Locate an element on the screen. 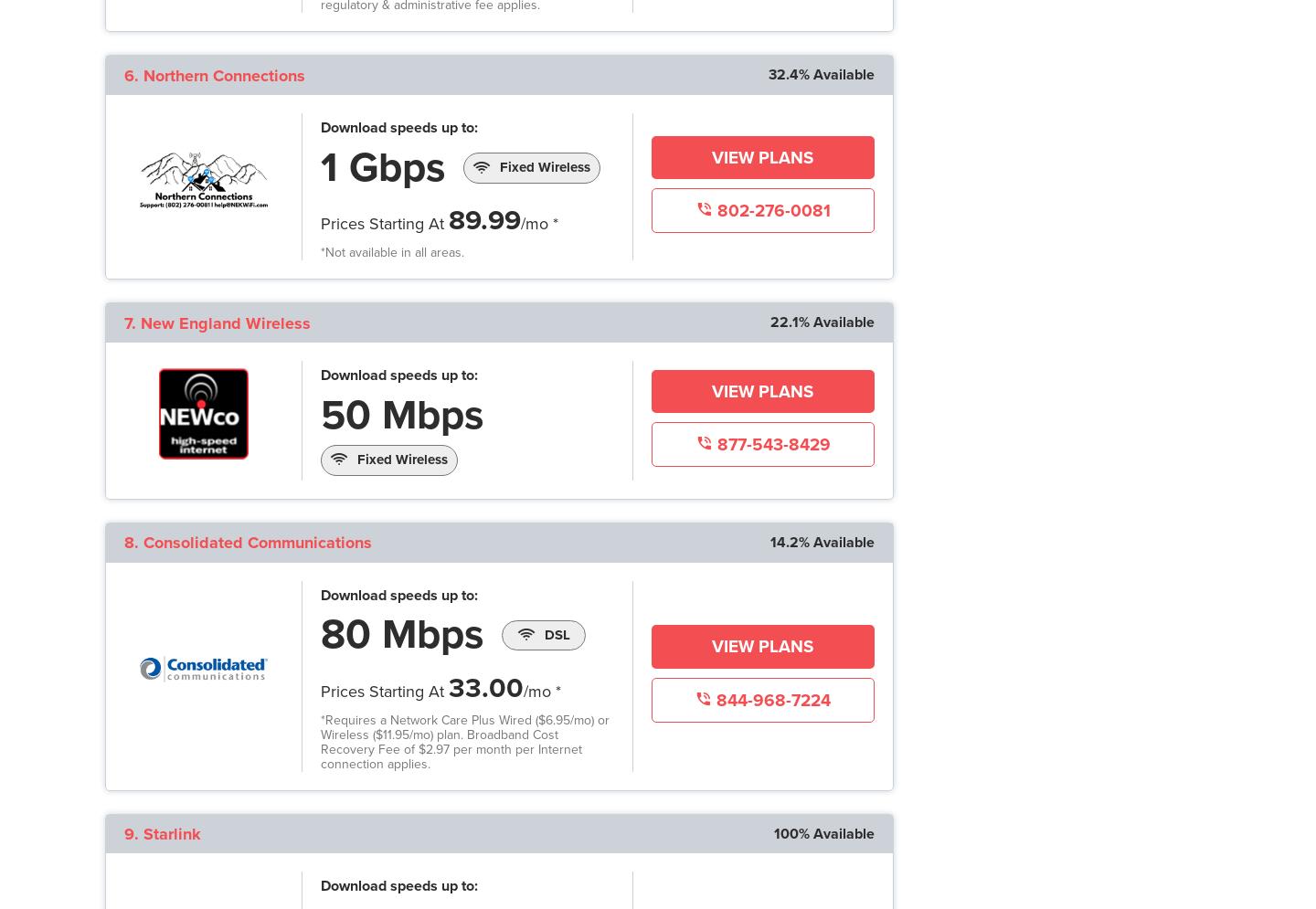 The image size is (1316, 909). '89.99' is located at coordinates (483, 220).